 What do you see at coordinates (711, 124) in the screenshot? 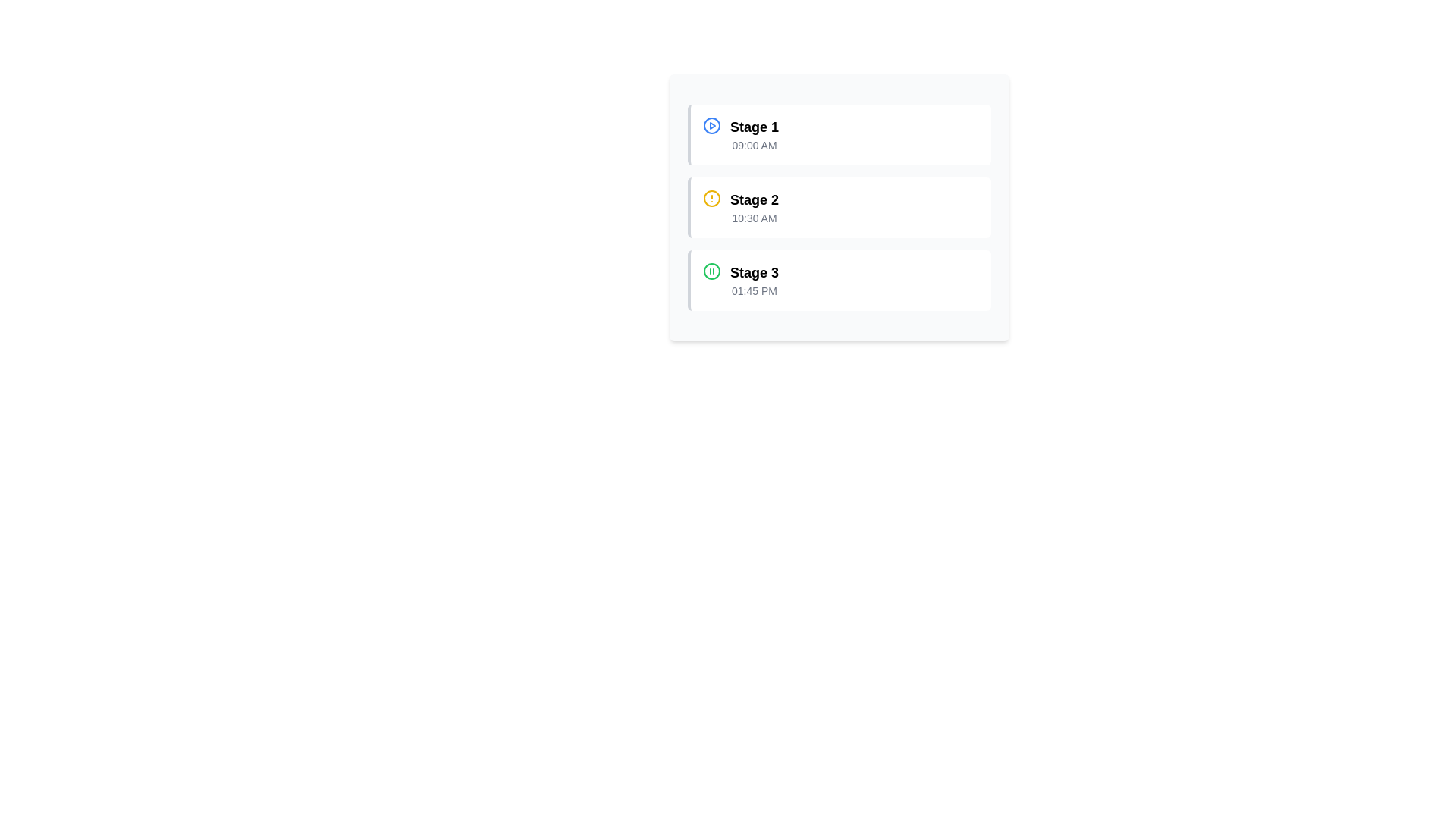
I see `the outer ring of the play icon represented by the SVG Circle in the first item of the vertical list` at bounding box center [711, 124].